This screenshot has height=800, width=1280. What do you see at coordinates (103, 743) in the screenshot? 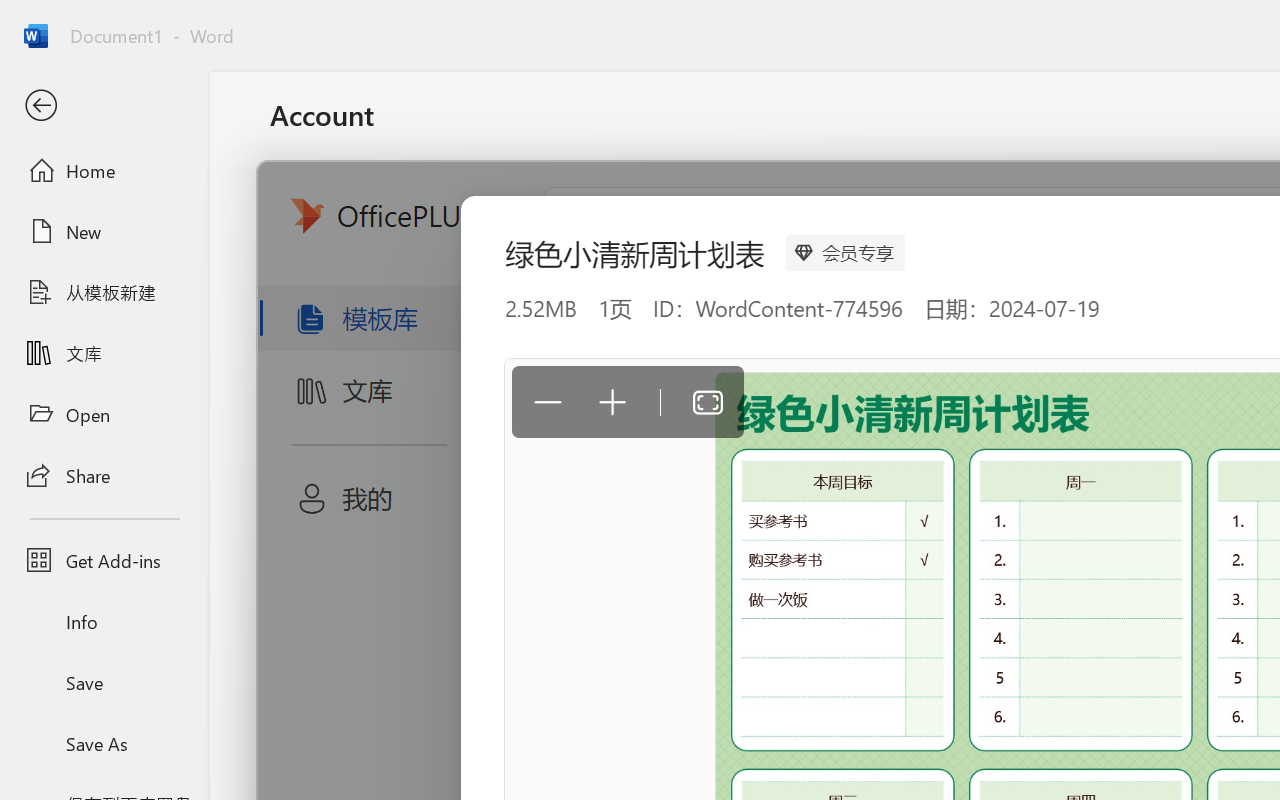
I see `'Save As'` at bounding box center [103, 743].